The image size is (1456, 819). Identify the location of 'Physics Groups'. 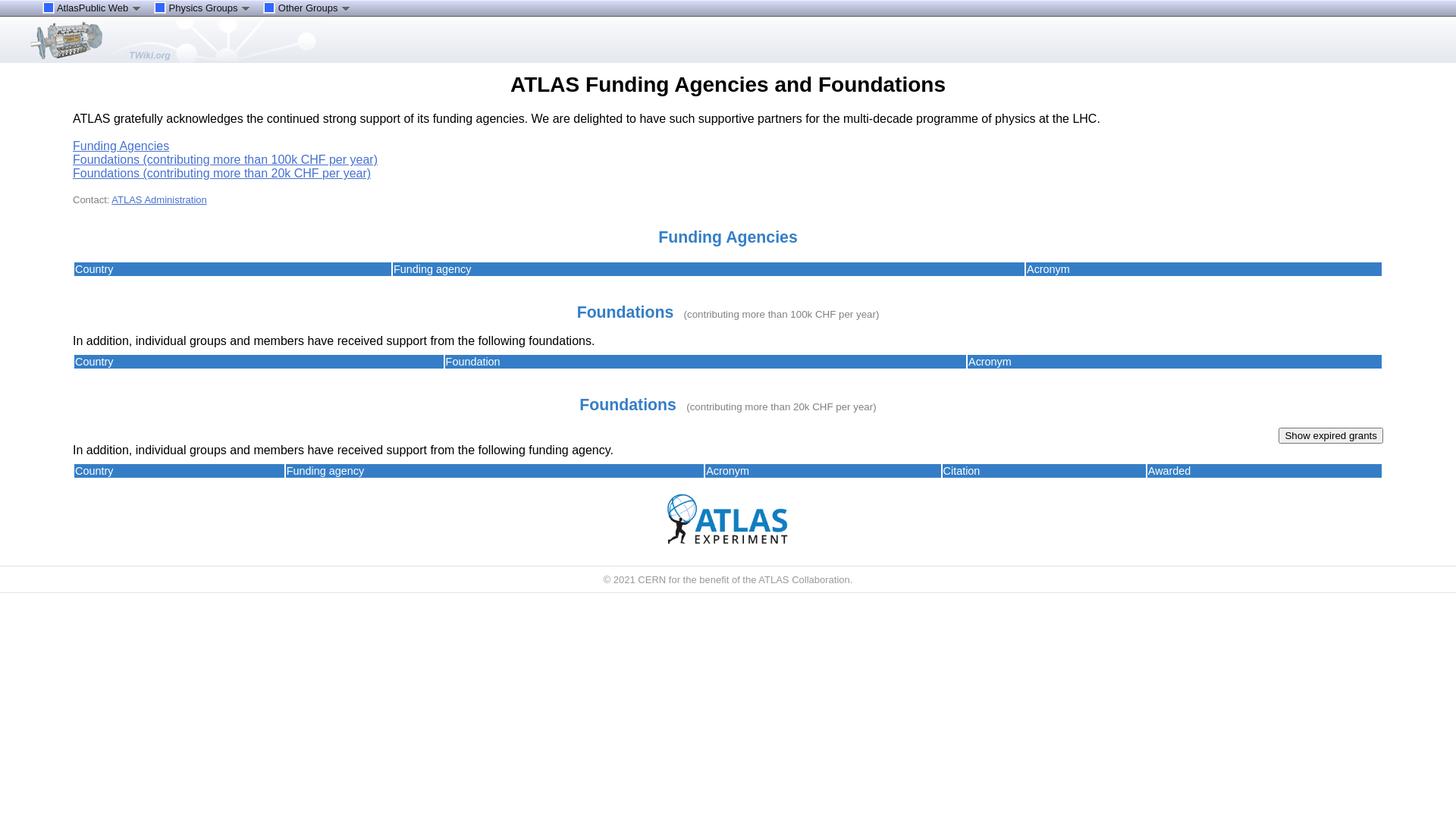
(148, 8).